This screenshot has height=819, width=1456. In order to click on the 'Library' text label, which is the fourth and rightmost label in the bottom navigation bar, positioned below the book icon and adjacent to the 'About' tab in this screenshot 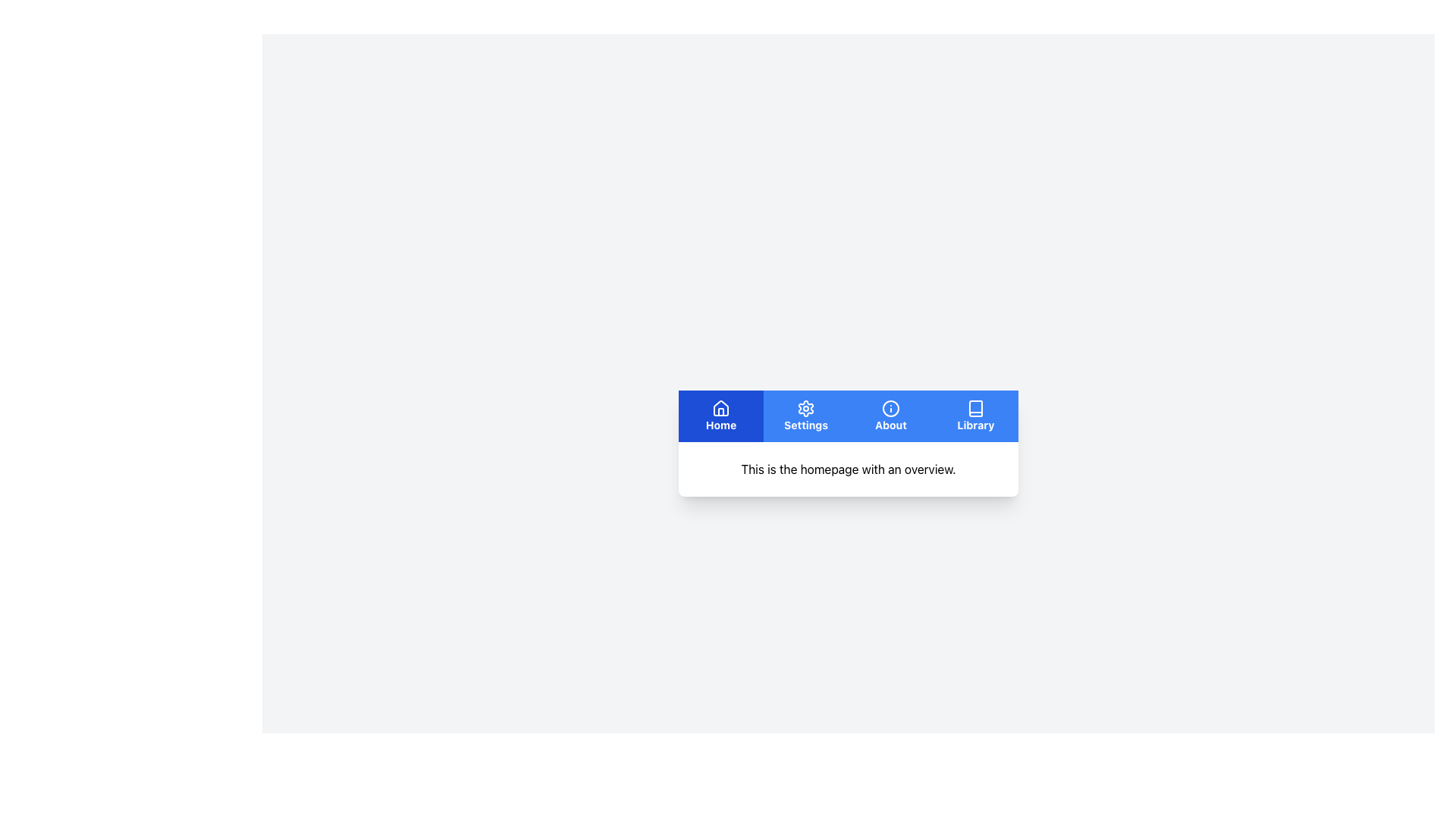, I will do `click(975, 425)`.